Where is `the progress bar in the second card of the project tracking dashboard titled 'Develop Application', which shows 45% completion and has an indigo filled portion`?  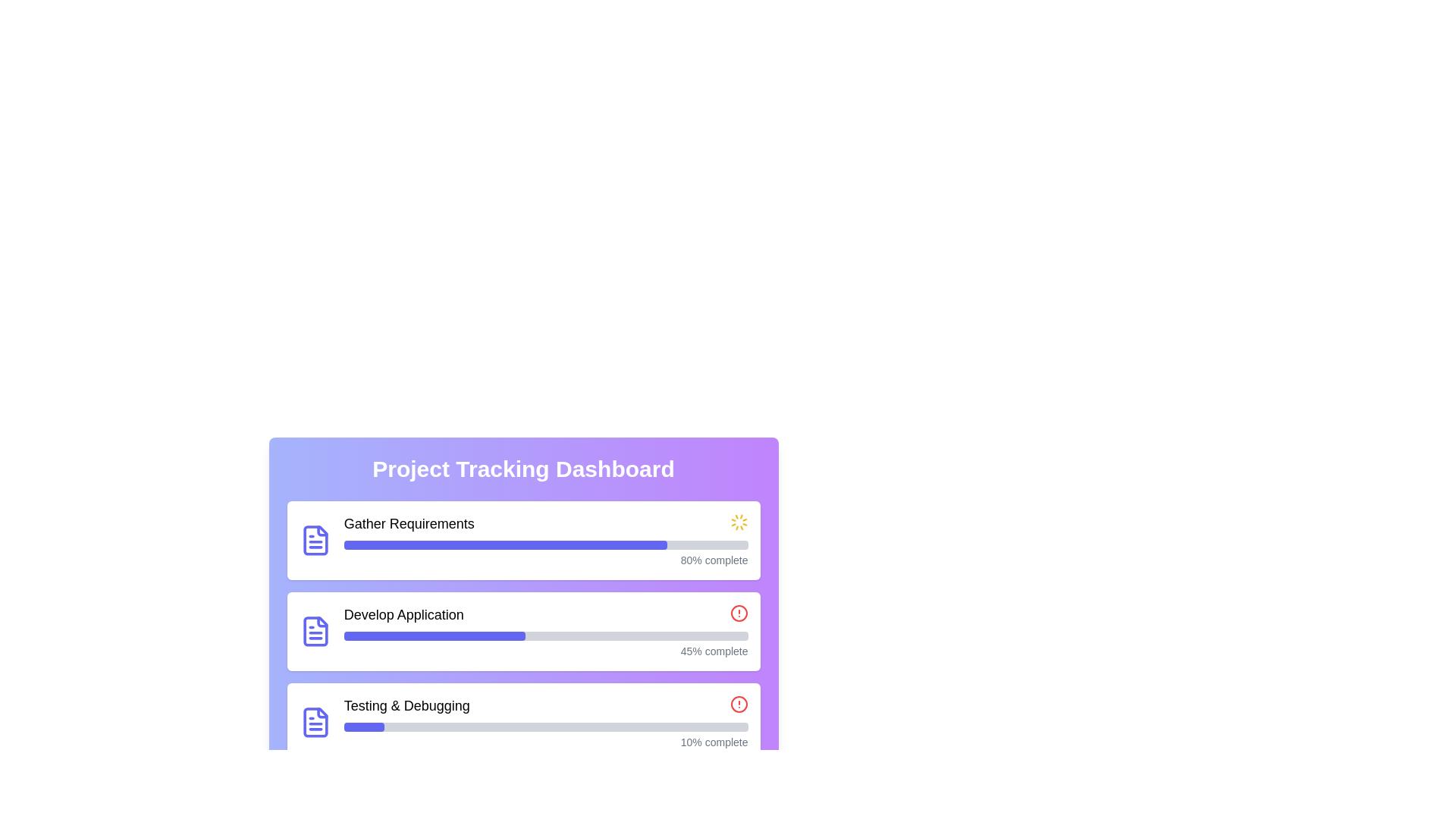
the progress bar in the second card of the project tracking dashboard titled 'Develop Application', which shows 45% completion and has an indigo filled portion is located at coordinates (546, 636).